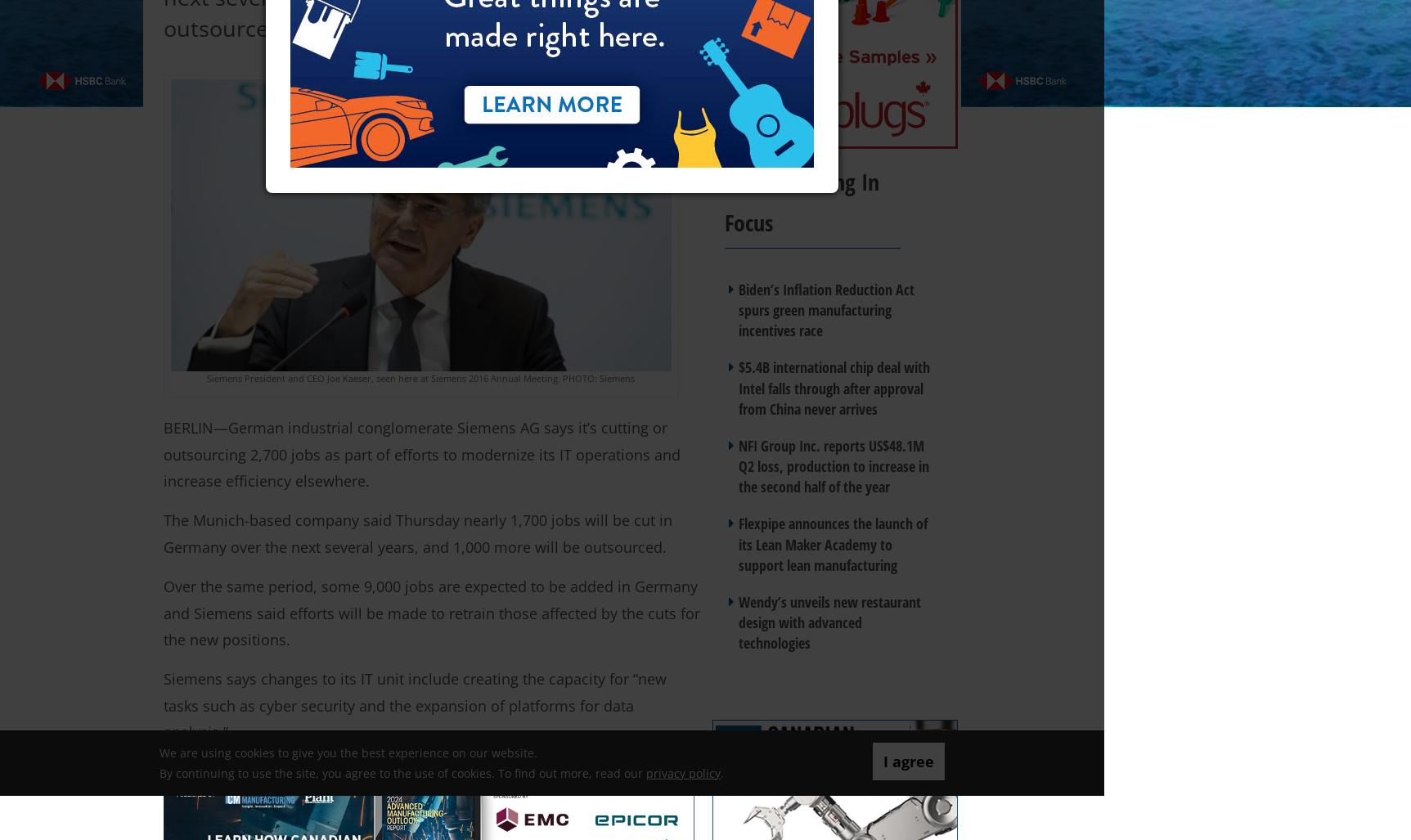 This screenshot has width=1411, height=840. What do you see at coordinates (420, 378) in the screenshot?
I see `'Siemens President and CEO Joe Kaeser, seen here at Siemens 2016 Annual Meeting. PHOTO: Siemens'` at bounding box center [420, 378].